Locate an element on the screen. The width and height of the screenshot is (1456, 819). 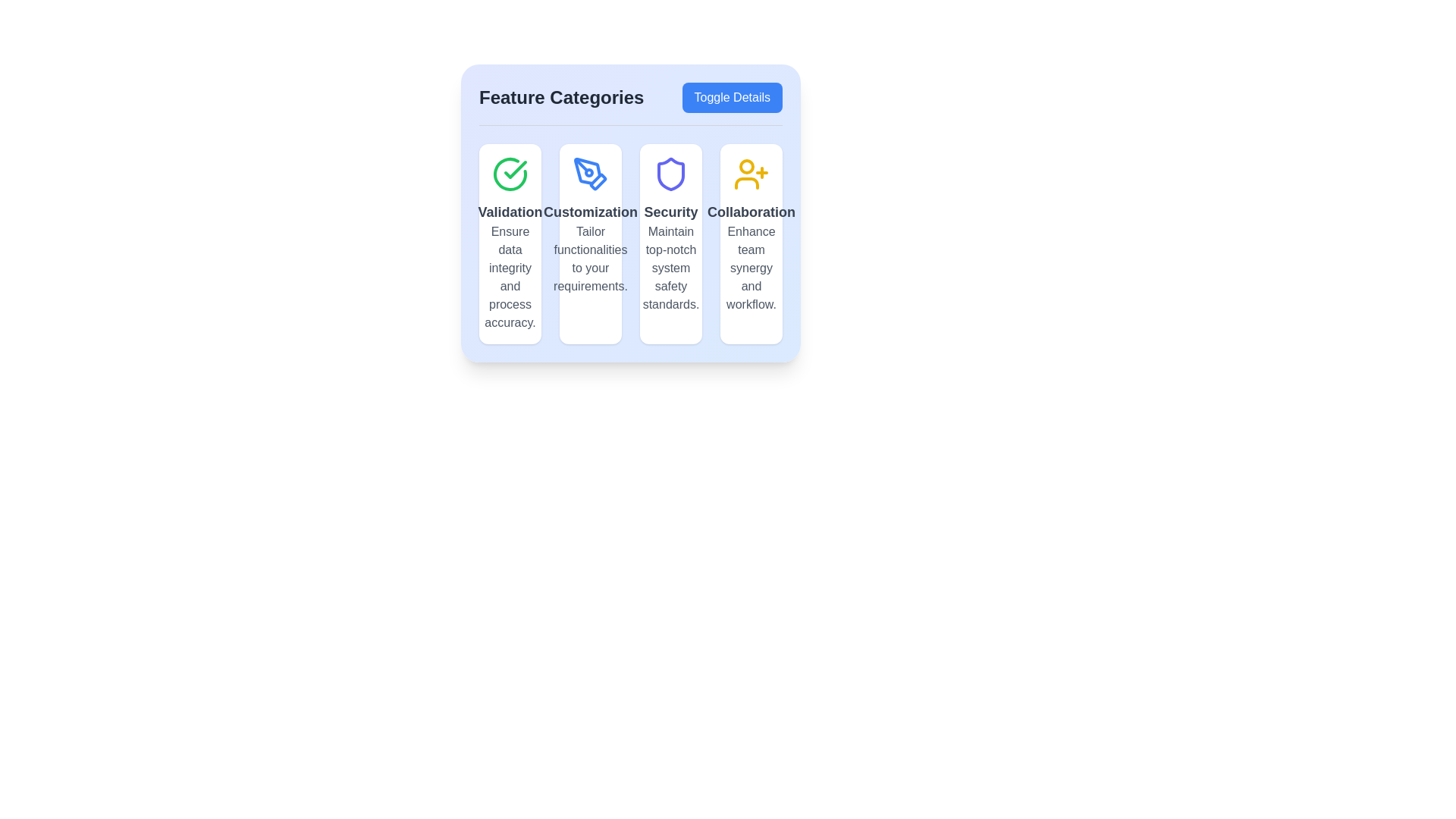
text label displaying 'Collaboration' which is the header of the fourth card in the 'Feature Categories' grid layout is located at coordinates (751, 212).